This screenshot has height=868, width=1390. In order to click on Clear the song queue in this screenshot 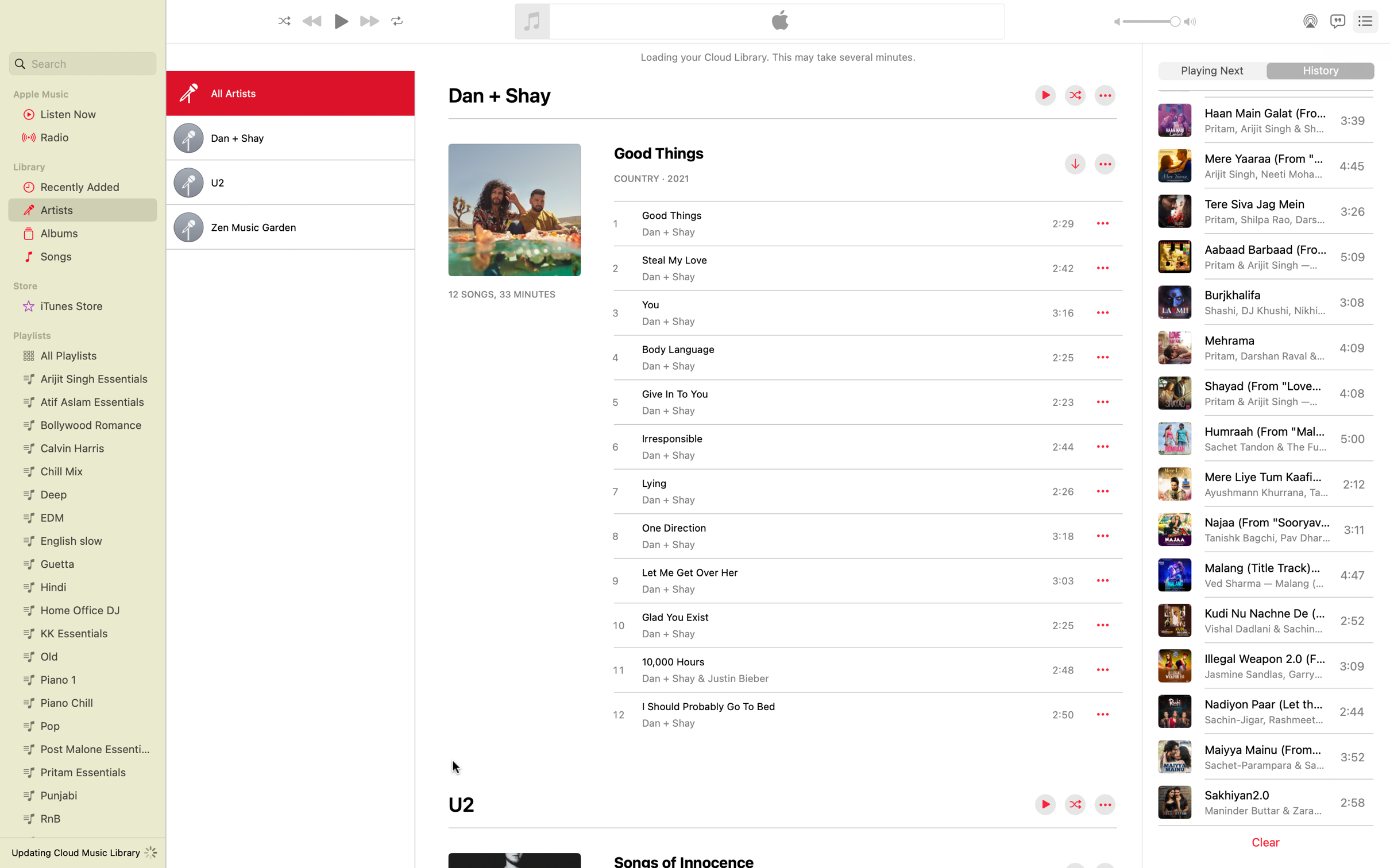, I will do `click(1268, 842)`.